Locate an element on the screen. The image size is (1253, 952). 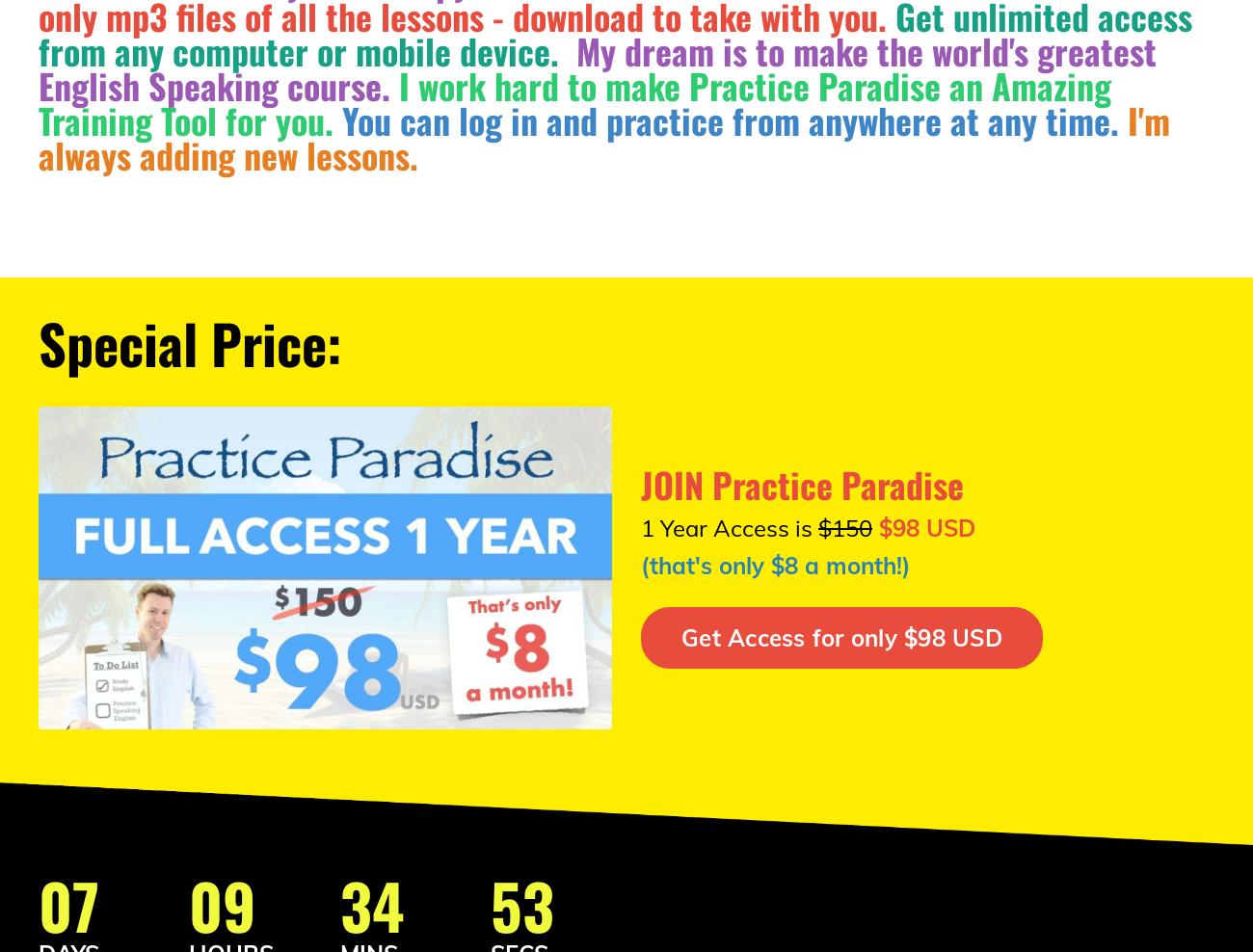
'My dream is to make the world's greatest English Speaking course.' is located at coordinates (597, 67).